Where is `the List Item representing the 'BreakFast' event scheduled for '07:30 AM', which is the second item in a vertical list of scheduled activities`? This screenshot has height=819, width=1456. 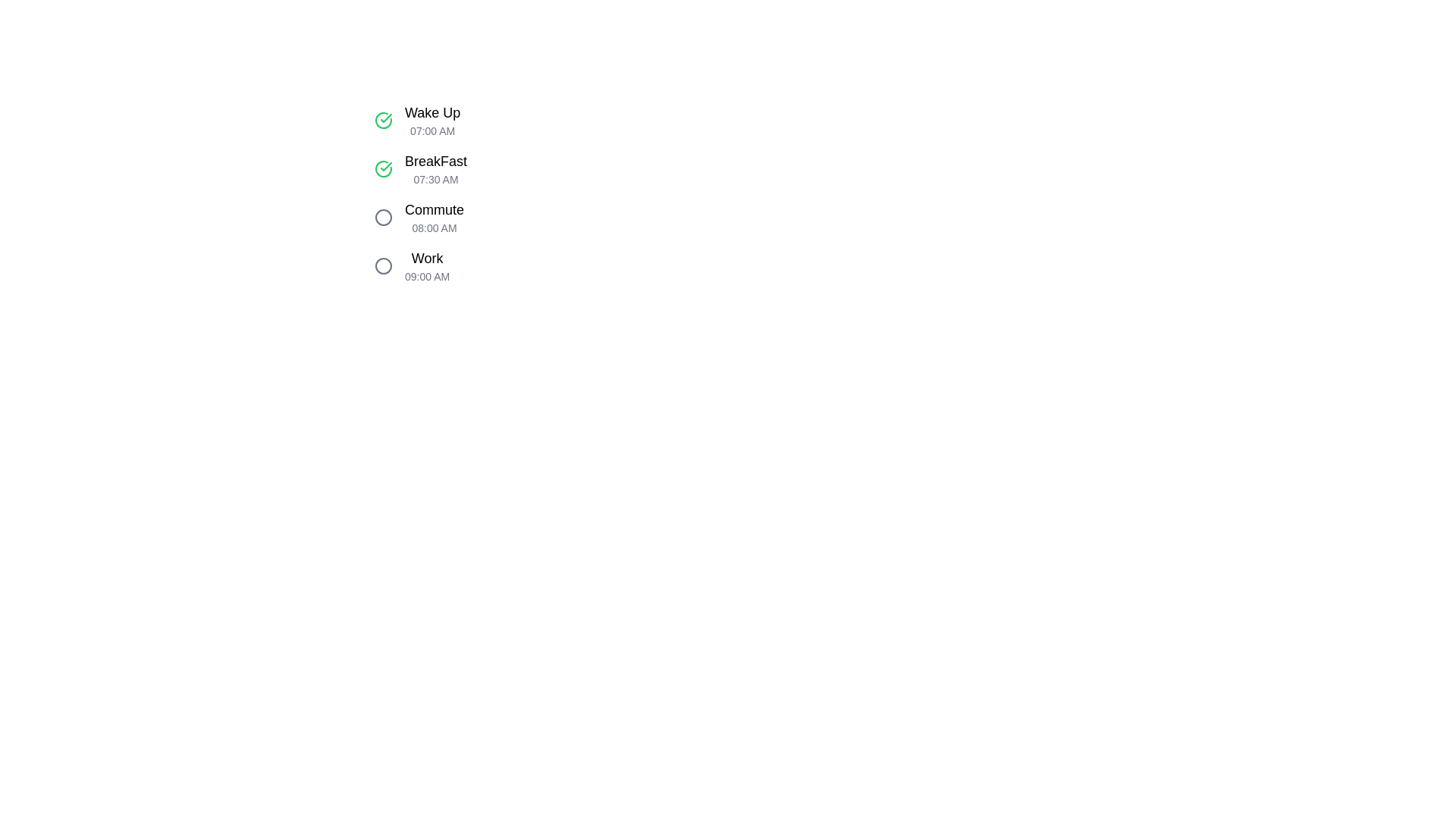
the List Item representing the 'BreakFast' event scheduled for '07:30 AM', which is the second item in a vertical list of scheduled activities is located at coordinates (520, 169).